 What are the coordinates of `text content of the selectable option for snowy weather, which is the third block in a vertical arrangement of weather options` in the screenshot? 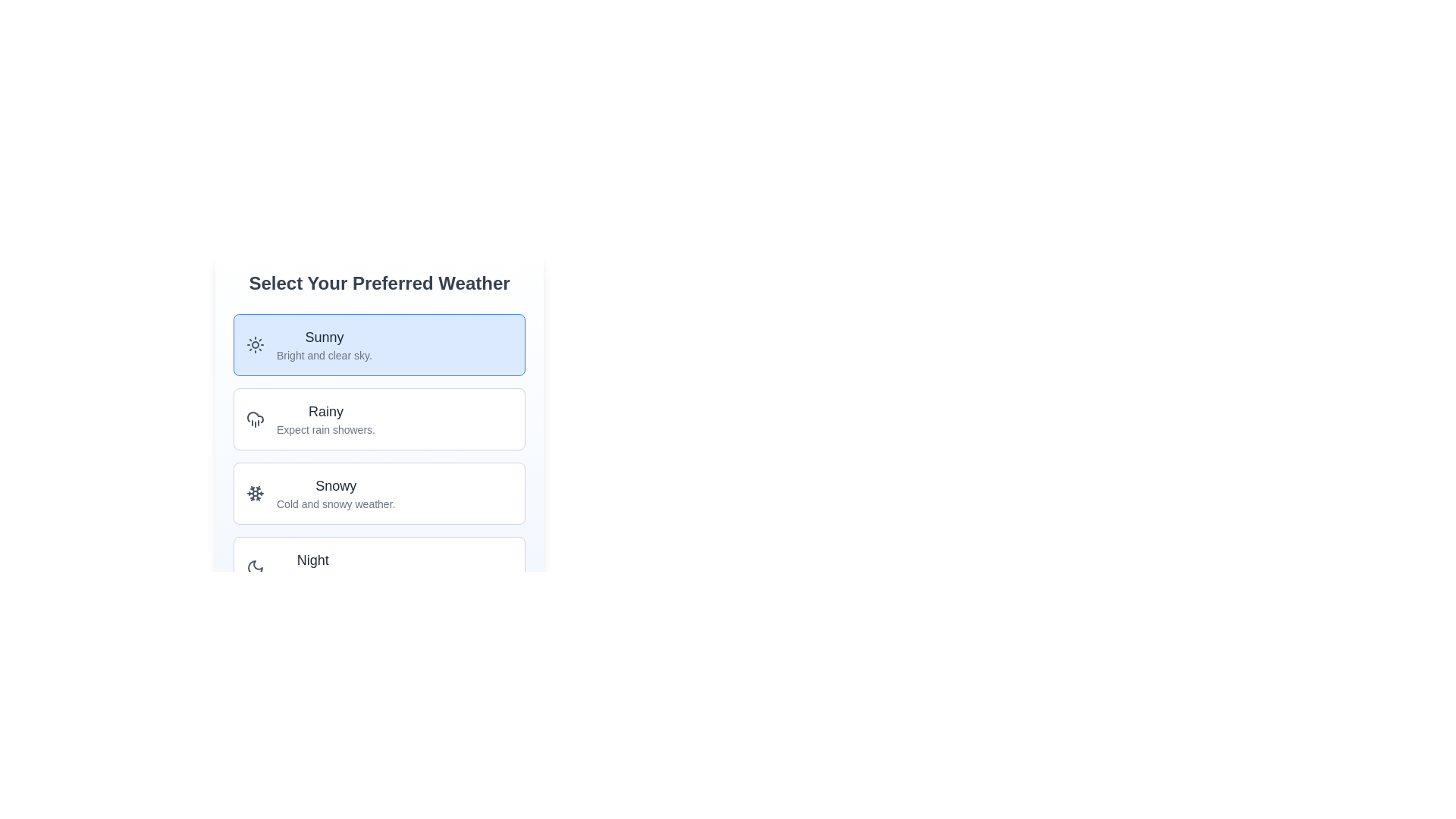 It's located at (379, 494).